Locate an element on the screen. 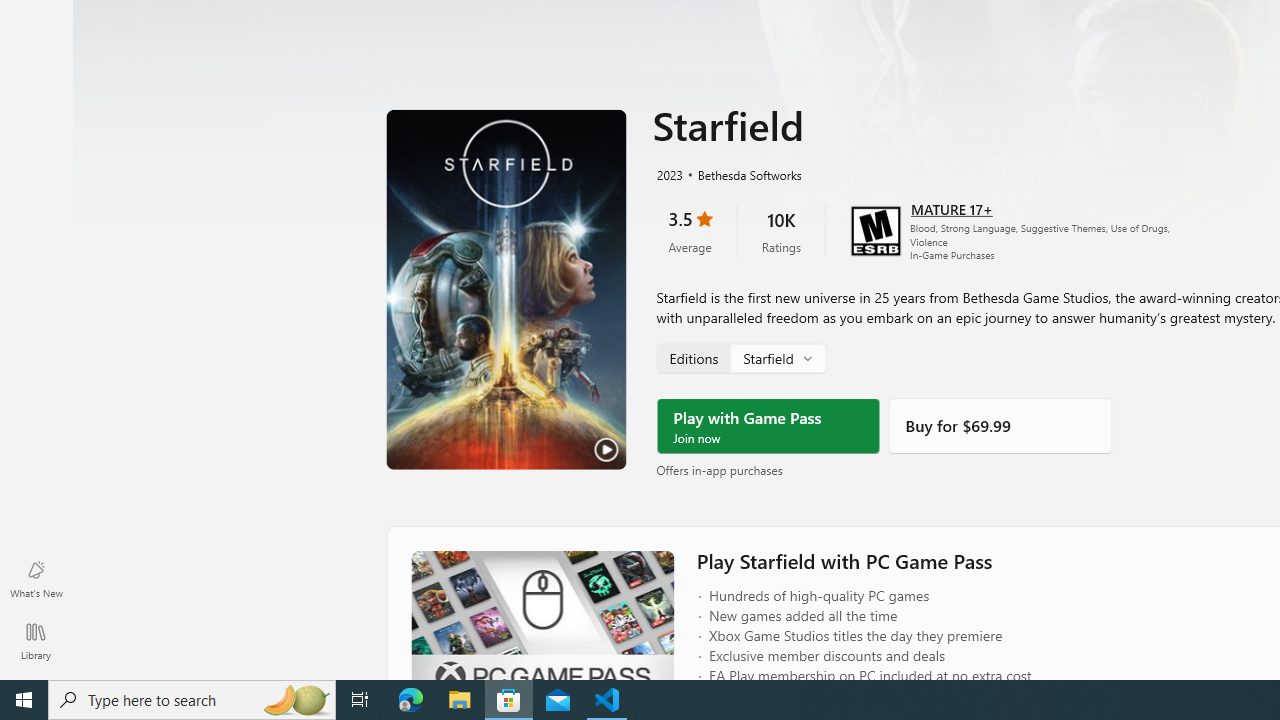  'What' is located at coordinates (35, 578).